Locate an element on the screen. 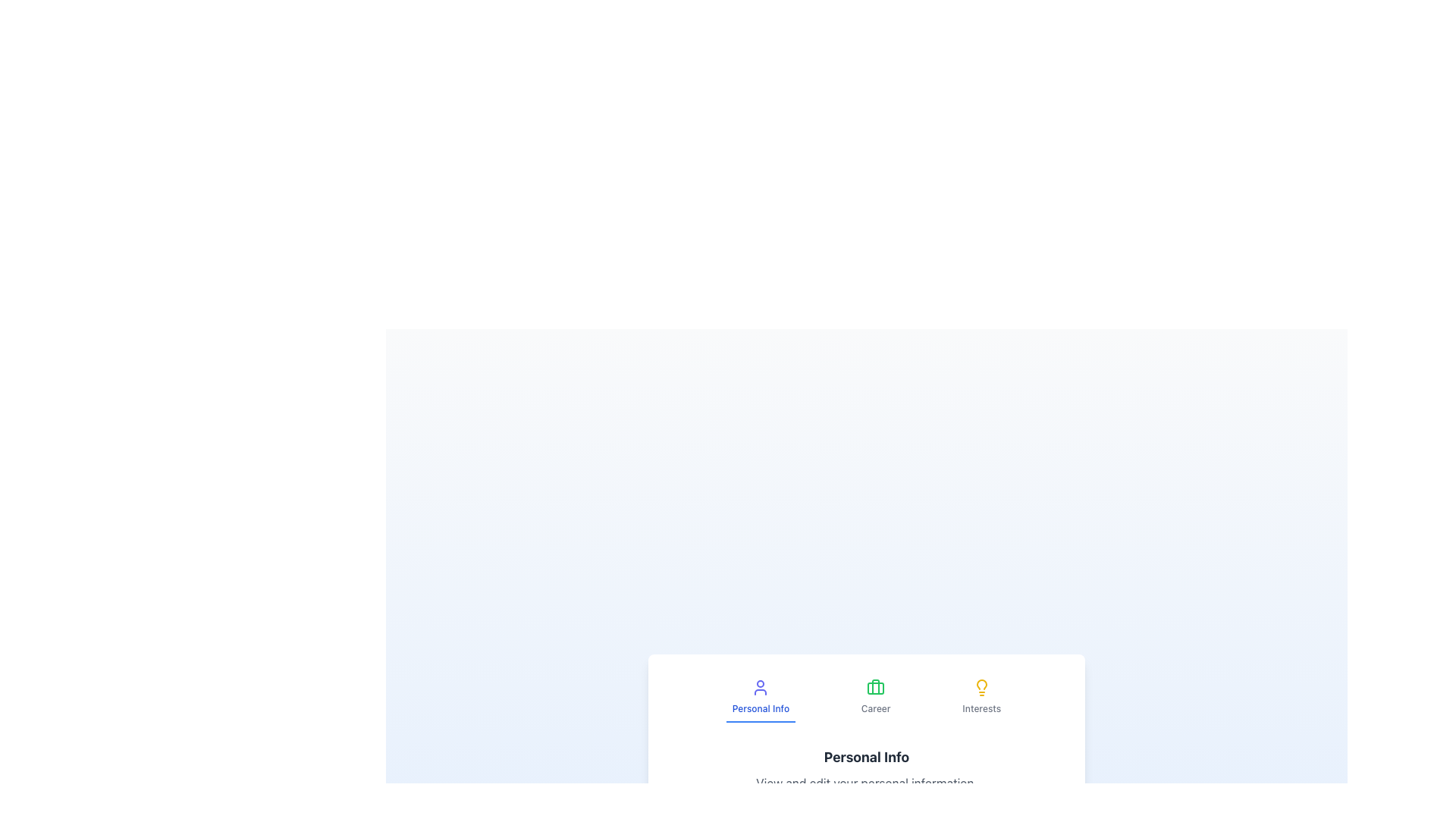  the 'Interests' button, which is a vertically aligned section with a yellow lightbulb icon and gray text that changes to blue on hover is located at coordinates (981, 698).